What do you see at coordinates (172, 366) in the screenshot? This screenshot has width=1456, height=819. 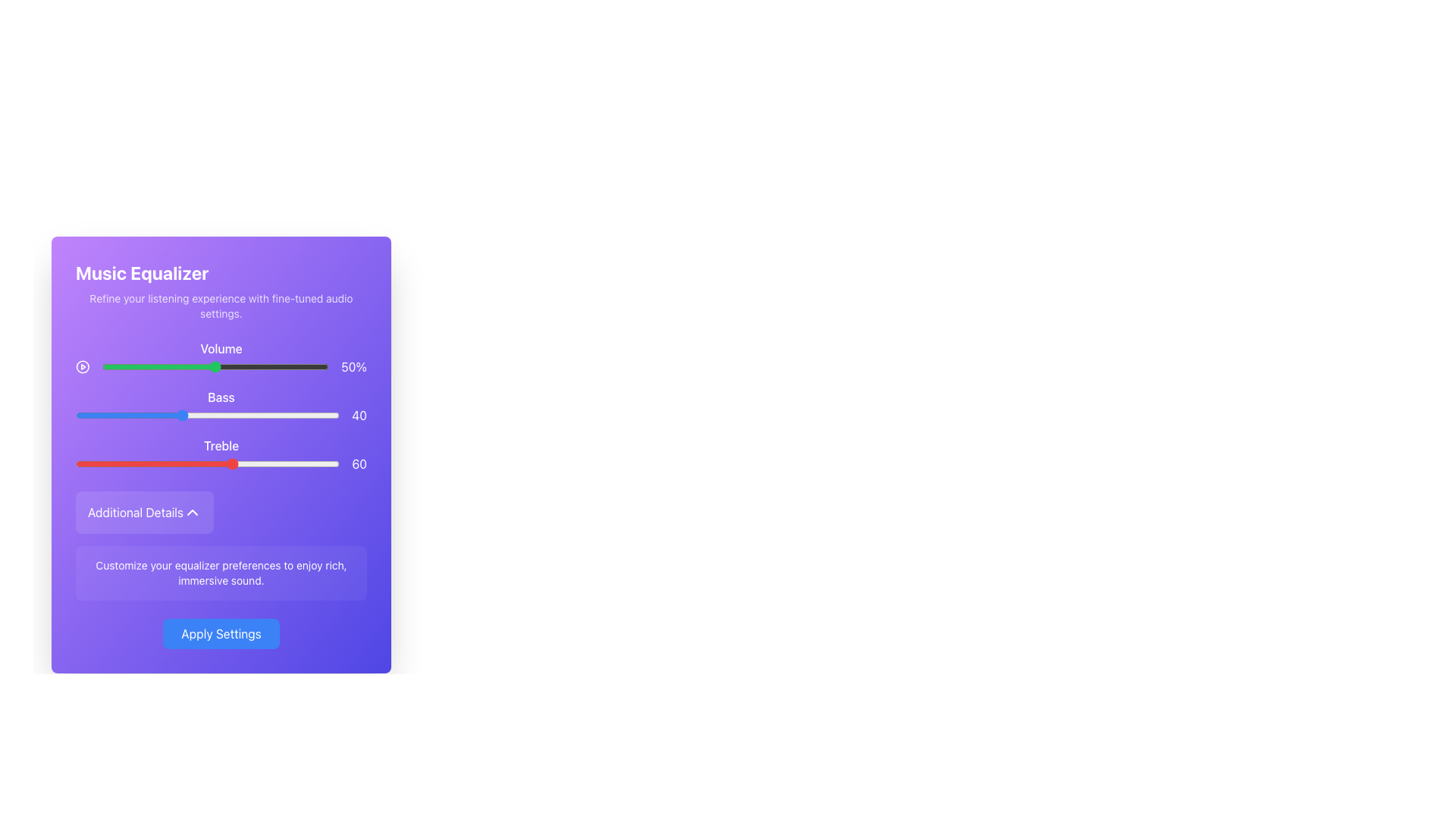 I see `the slider` at bounding box center [172, 366].